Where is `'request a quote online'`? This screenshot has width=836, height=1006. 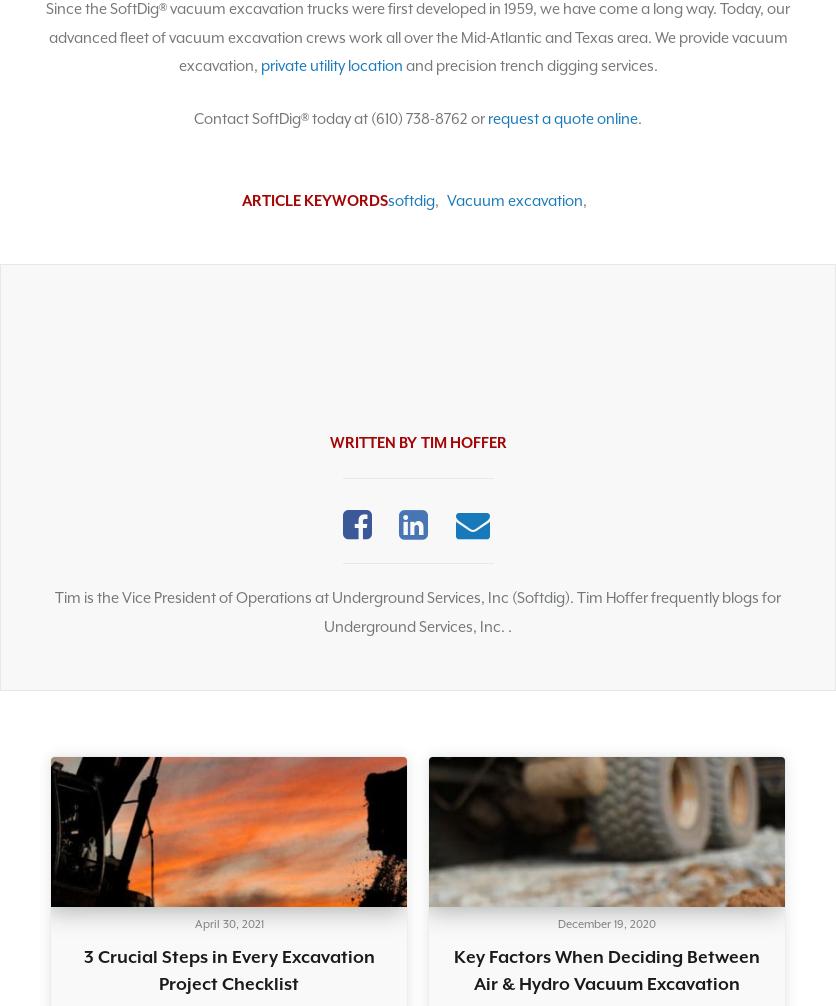
'request a quote online' is located at coordinates (561, 118).